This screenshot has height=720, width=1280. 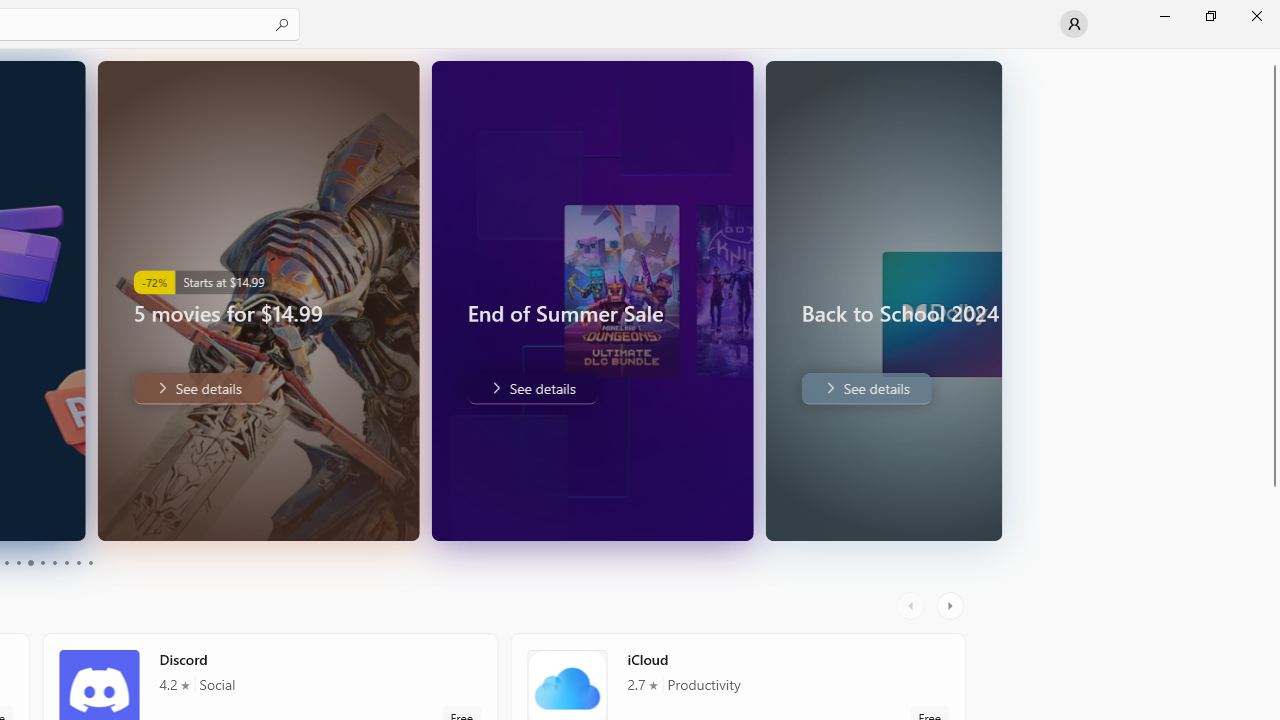 I want to click on 'AutomationID: RightScrollButton', so click(x=951, y=605).